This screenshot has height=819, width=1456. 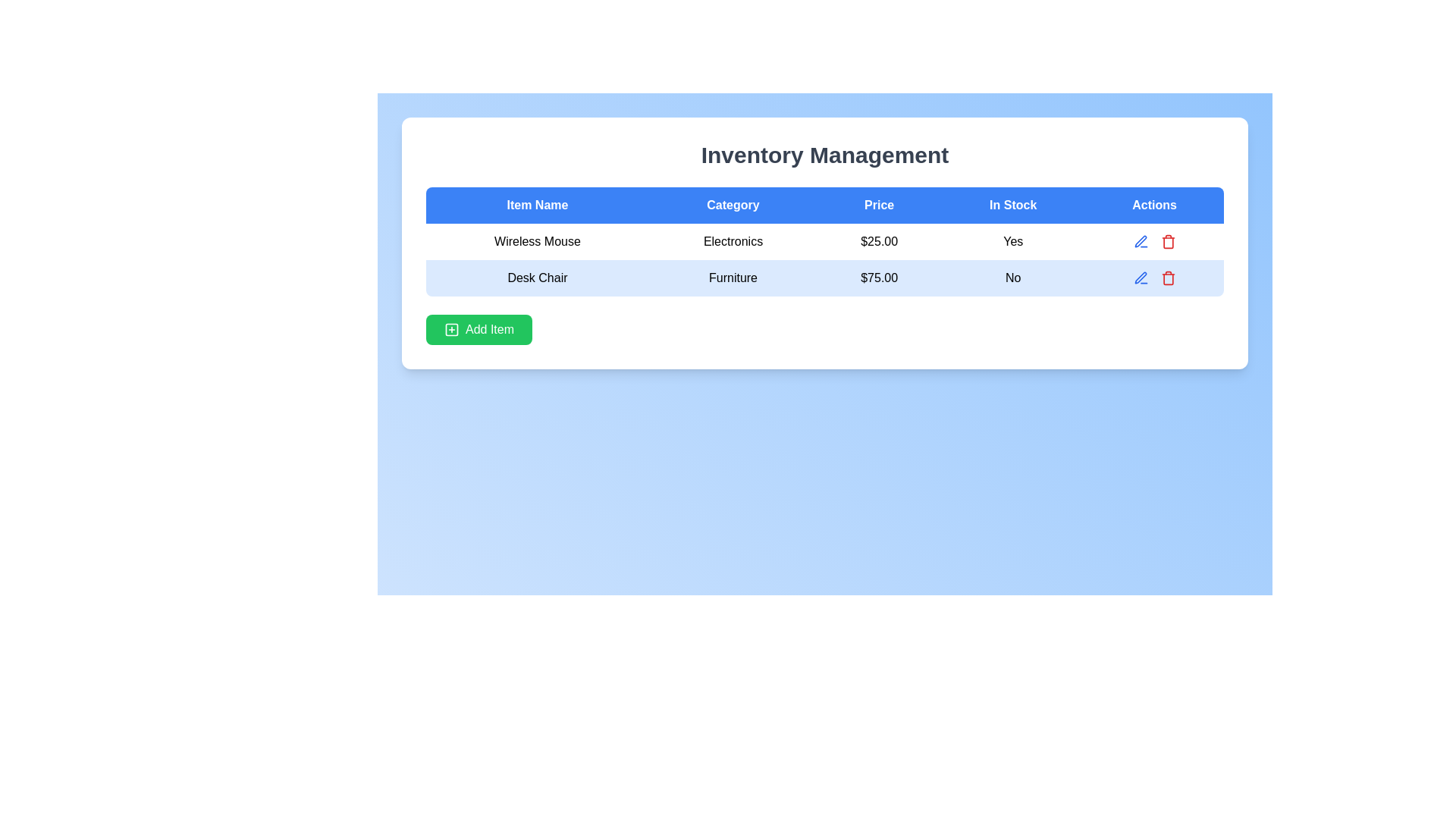 What do you see at coordinates (1013, 205) in the screenshot?
I see `the table header cell containing the text 'In Stock', which is styled with a blue background and white text, positioned between the 'Price' and 'Actions' headers` at bounding box center [1013, 205].